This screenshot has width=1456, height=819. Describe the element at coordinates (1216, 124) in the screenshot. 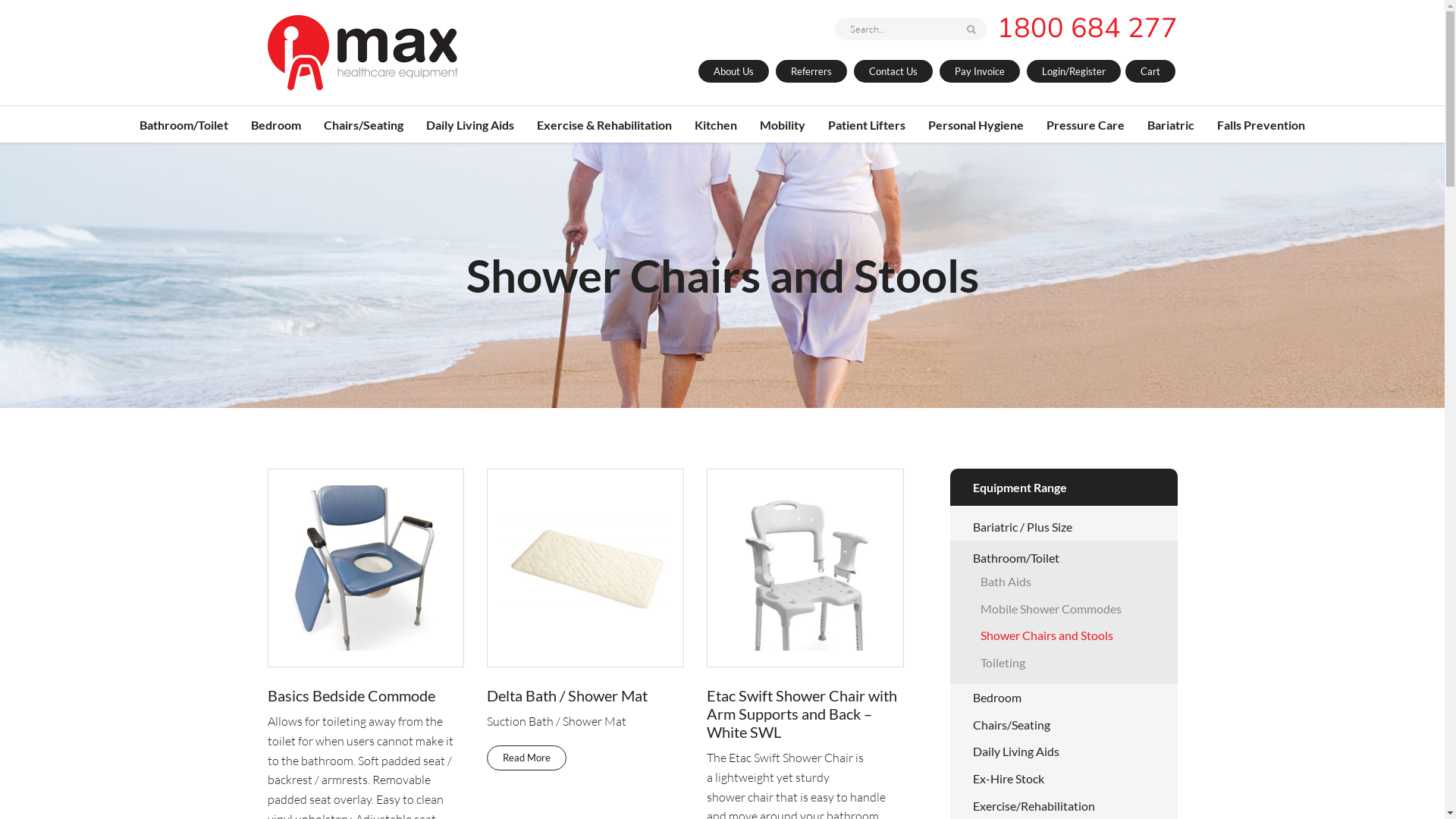

I see `'Falls Prevention'` at that location.